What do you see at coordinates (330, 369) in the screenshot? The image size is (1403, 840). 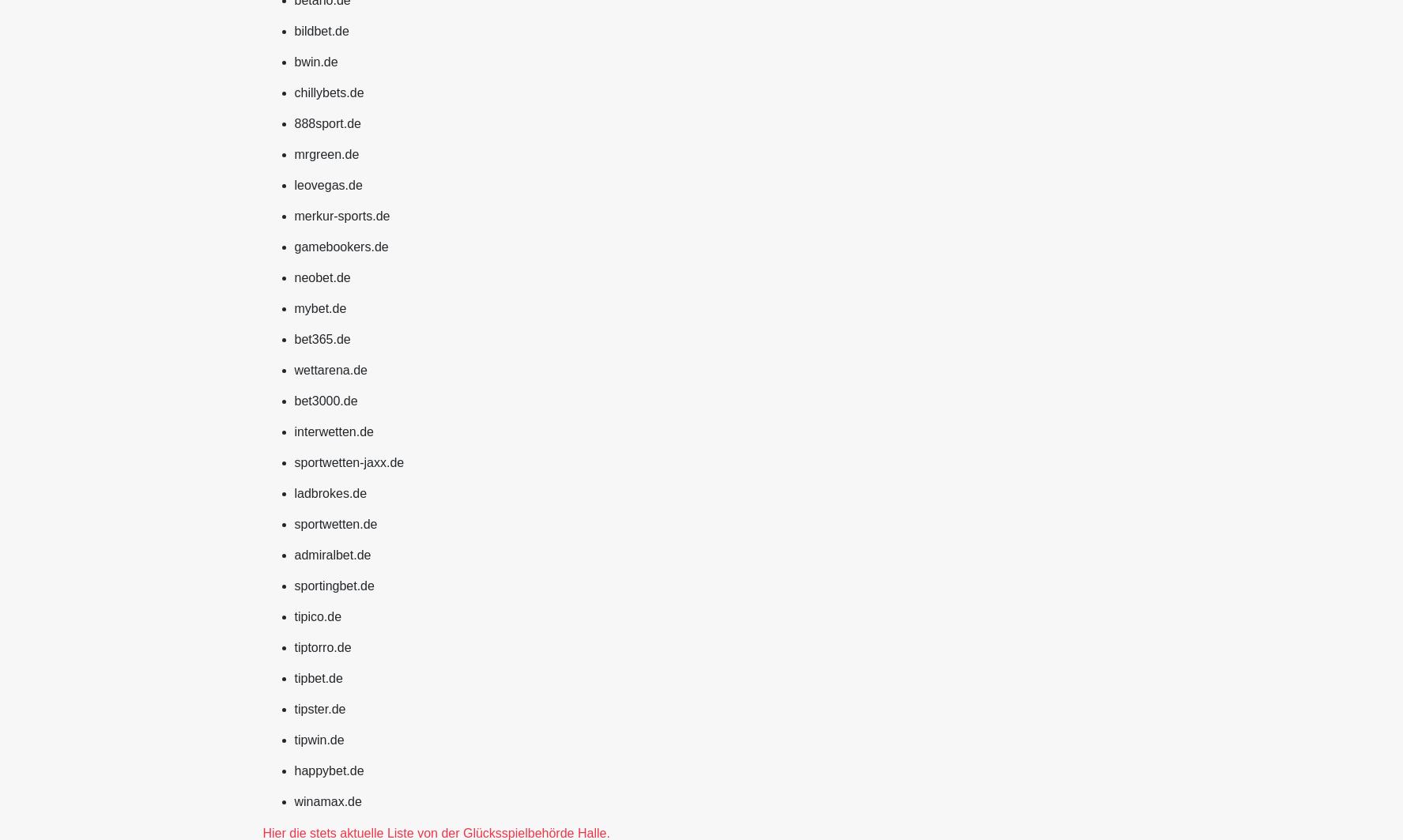 I see `'wettarena.de'` at bounding box center [330, 369].